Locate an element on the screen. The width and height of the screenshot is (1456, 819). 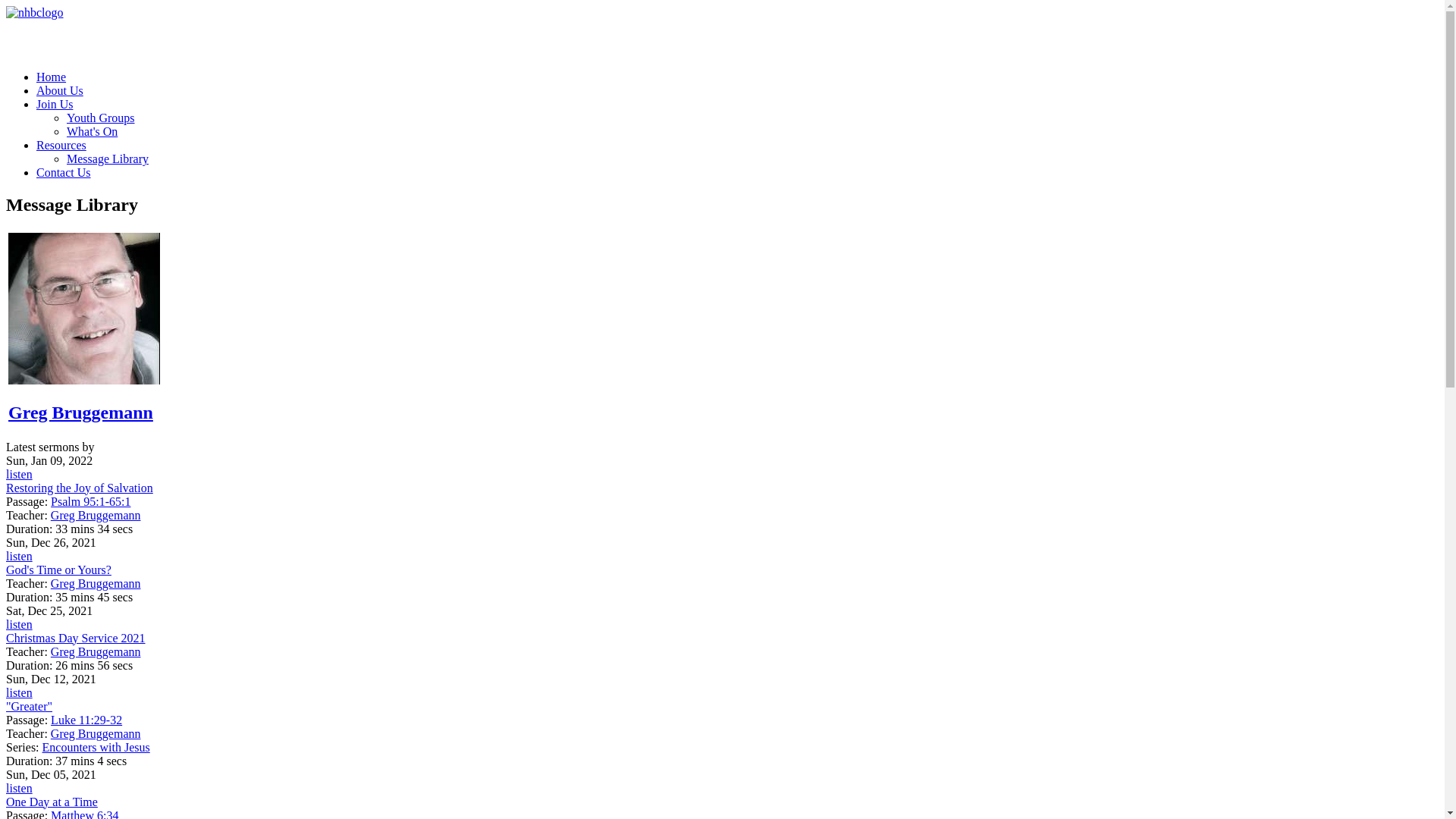
'Psalm 95:1-65:1' is located at coordinates (51, 501).